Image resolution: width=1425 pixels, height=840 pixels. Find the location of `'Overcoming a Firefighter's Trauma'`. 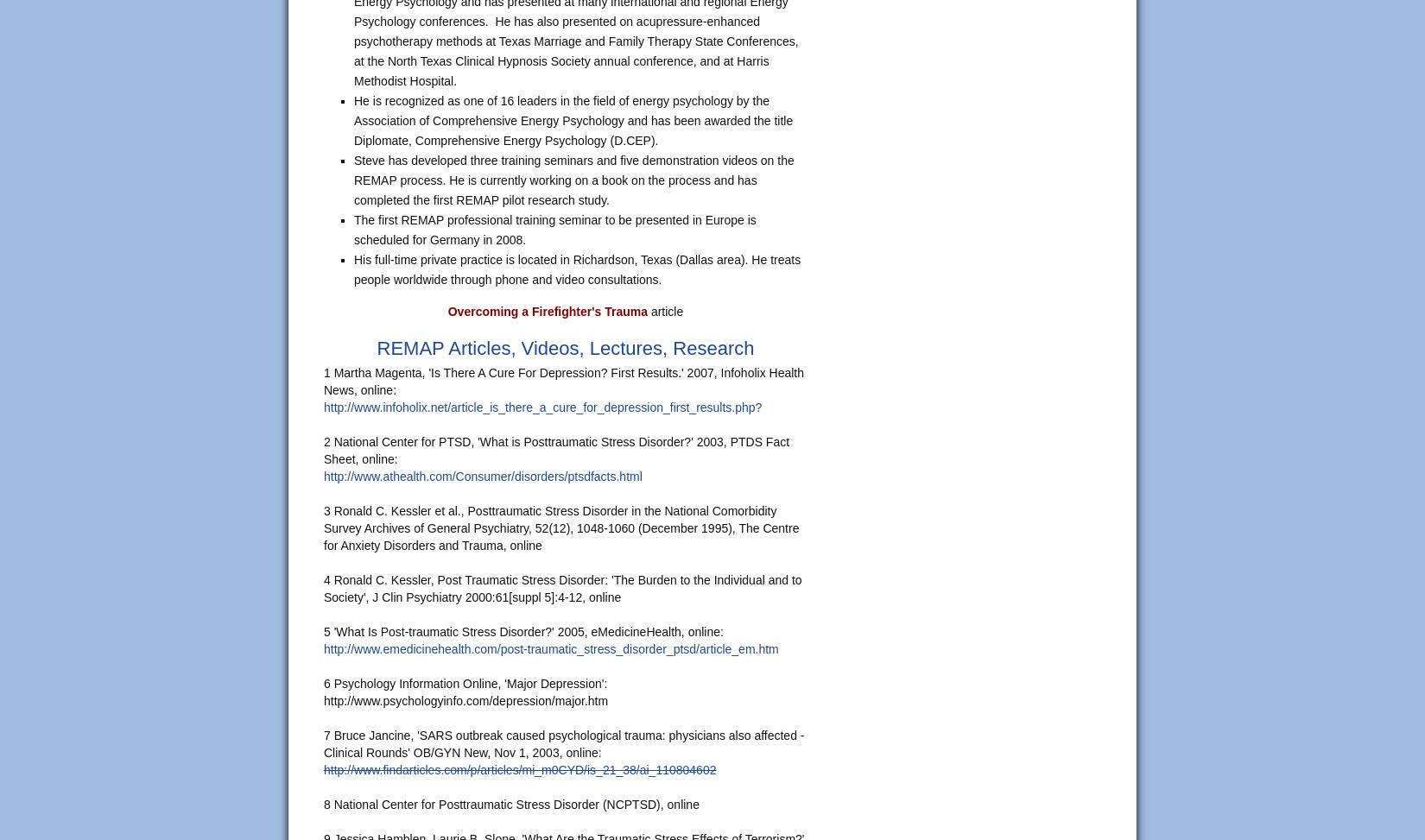

'Overcoming a Firefighter's Trauma' is located at coordinates (546, 310).